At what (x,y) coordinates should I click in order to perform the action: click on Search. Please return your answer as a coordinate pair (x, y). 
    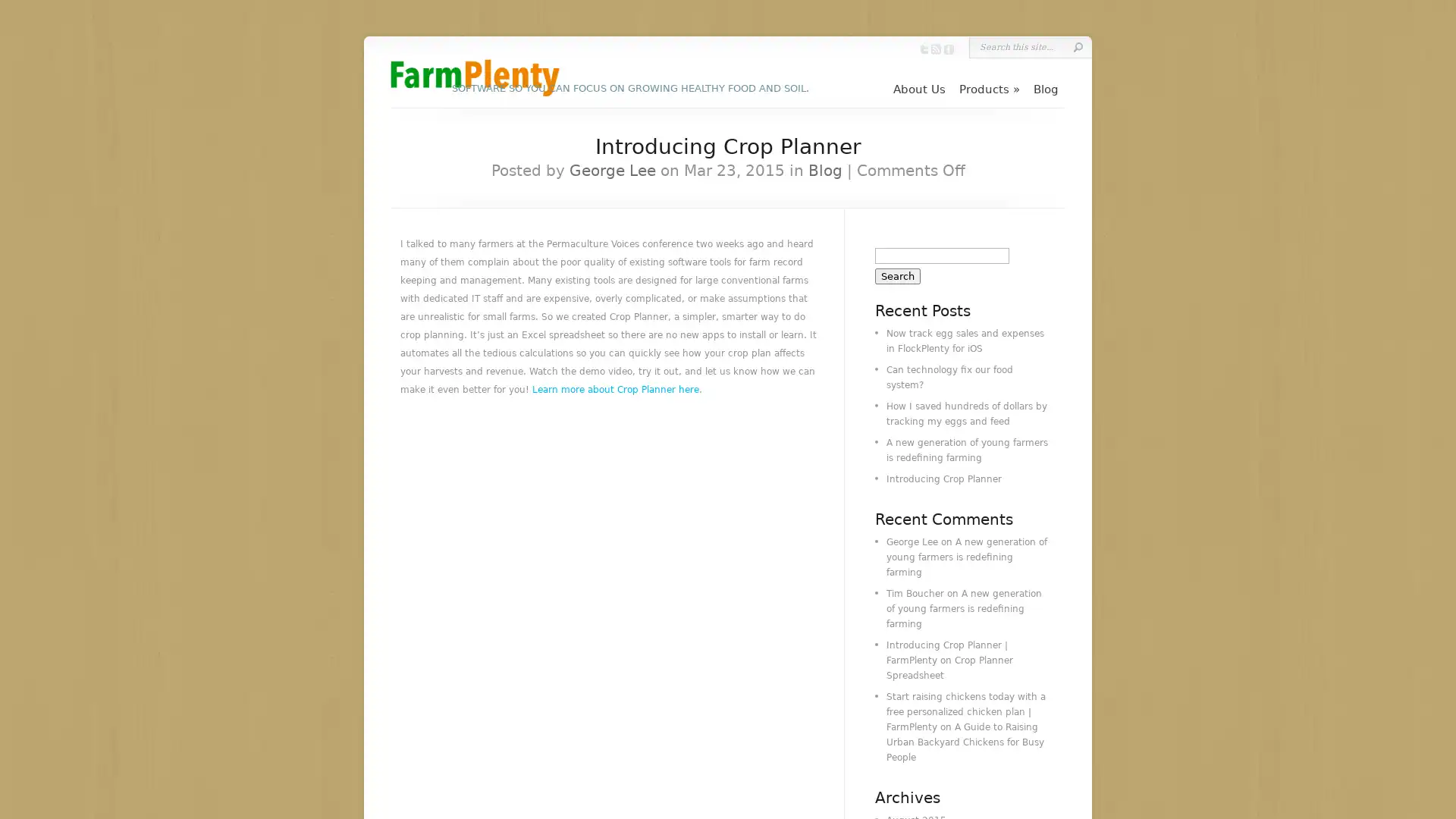
    Looking at the image, I should click on (898, 276).